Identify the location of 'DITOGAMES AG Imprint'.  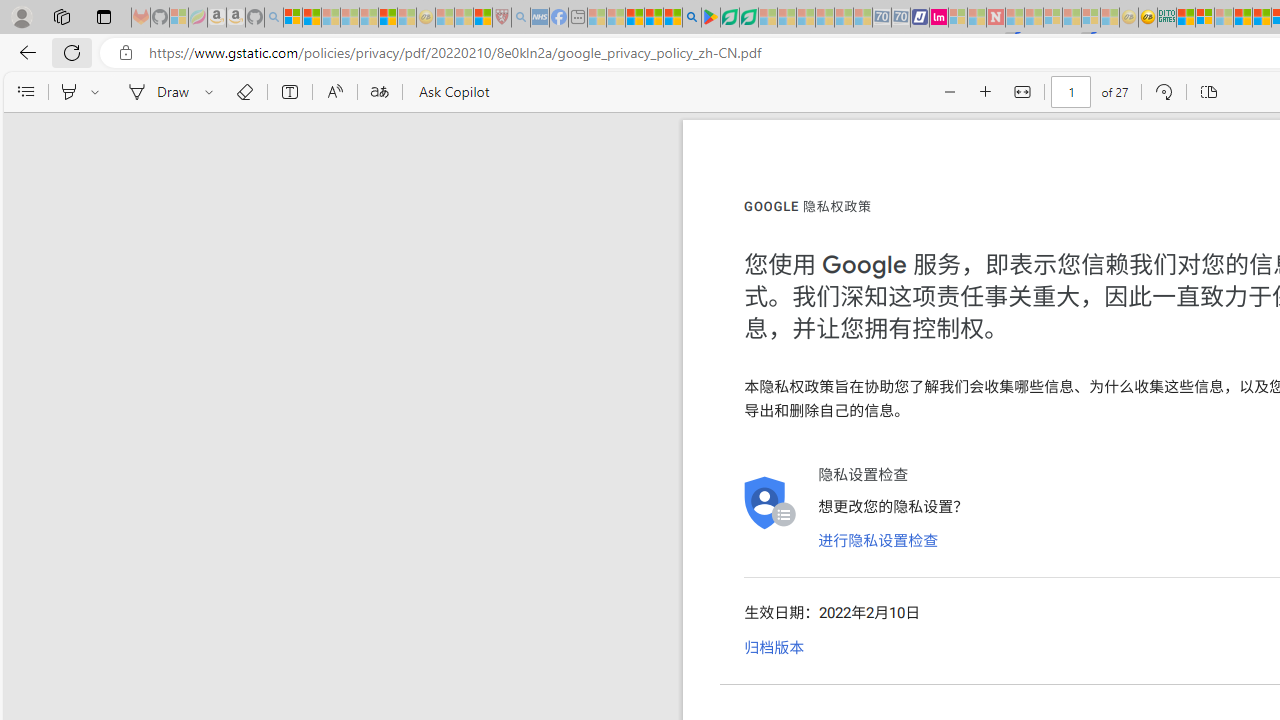
(1167, 17).